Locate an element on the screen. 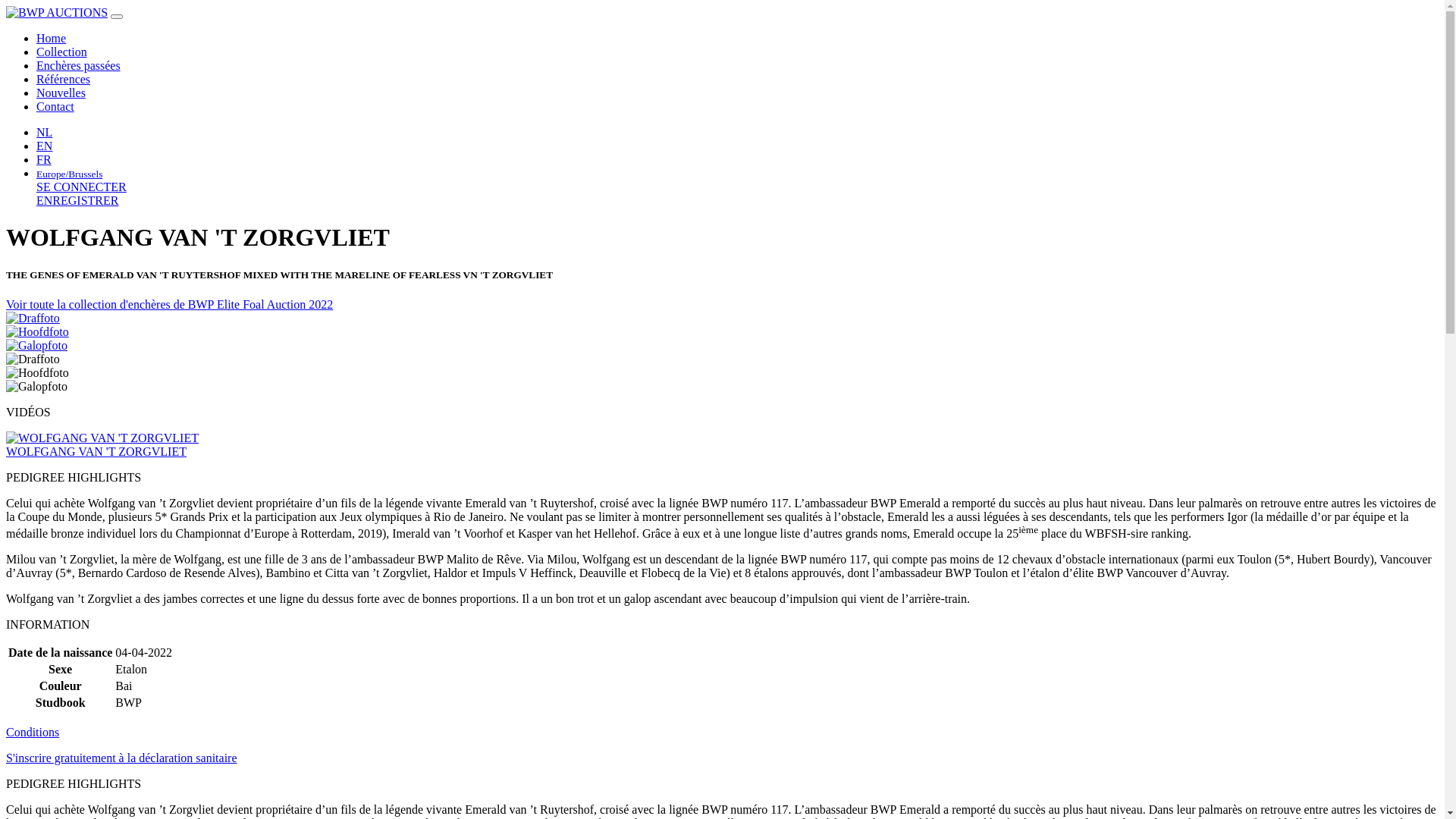 This screenshot has height=819, width=1456. 'EN' is located at coordinates (44, 146).